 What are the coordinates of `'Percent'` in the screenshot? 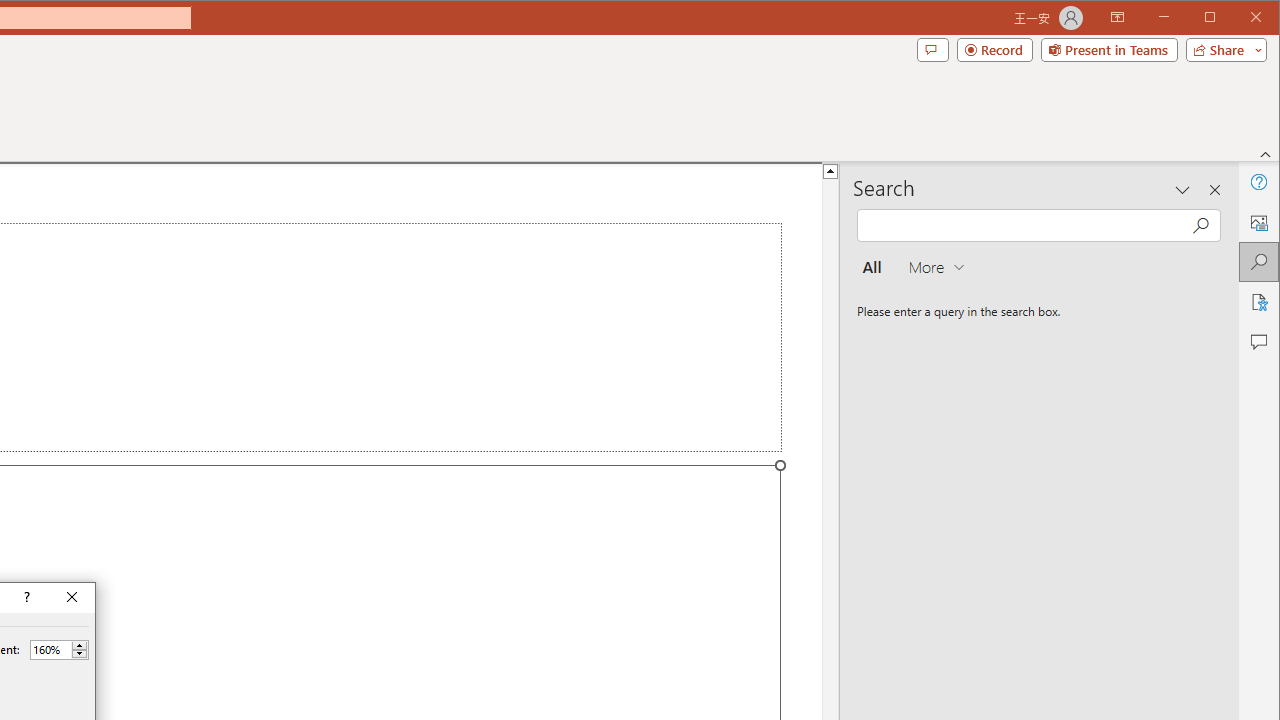 It's located at (59, 650).